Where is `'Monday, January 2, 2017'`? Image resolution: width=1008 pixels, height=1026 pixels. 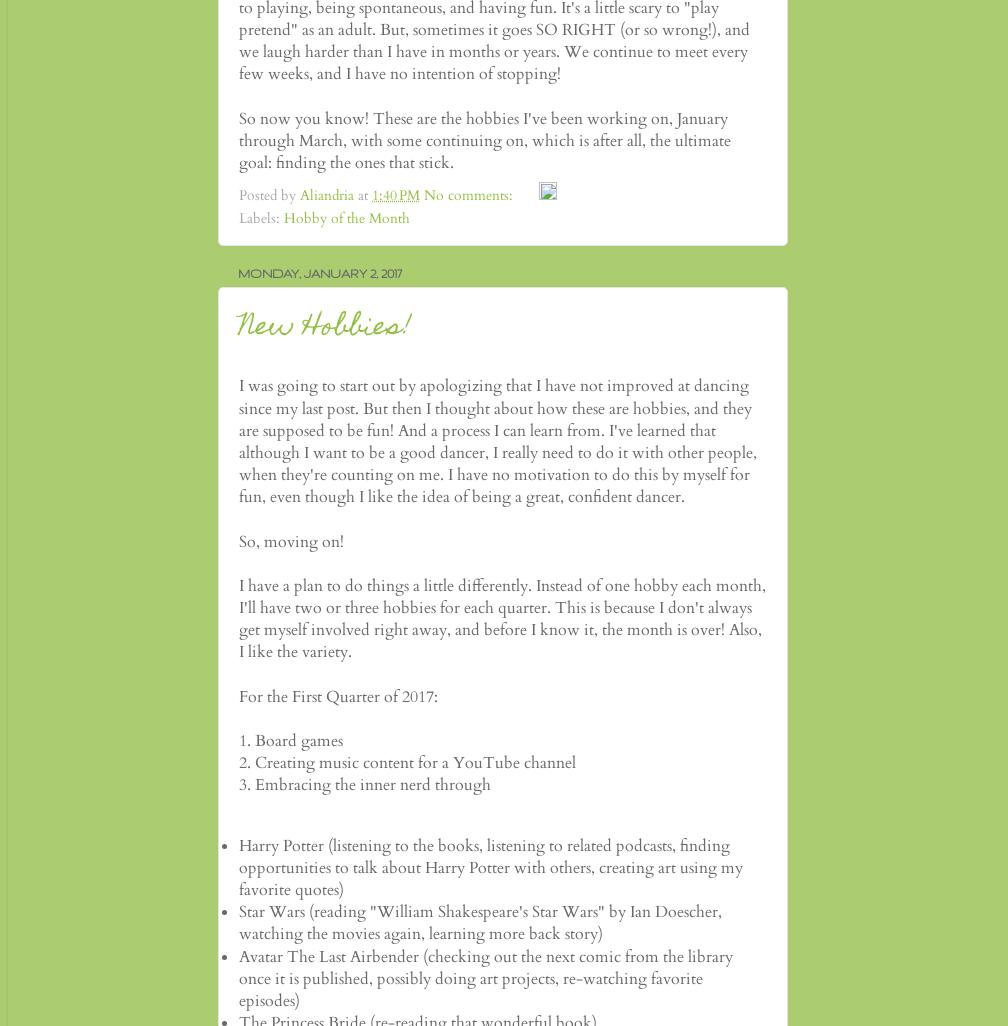
'Monday, January 2, 2017' is located at coordinates (320, 270).